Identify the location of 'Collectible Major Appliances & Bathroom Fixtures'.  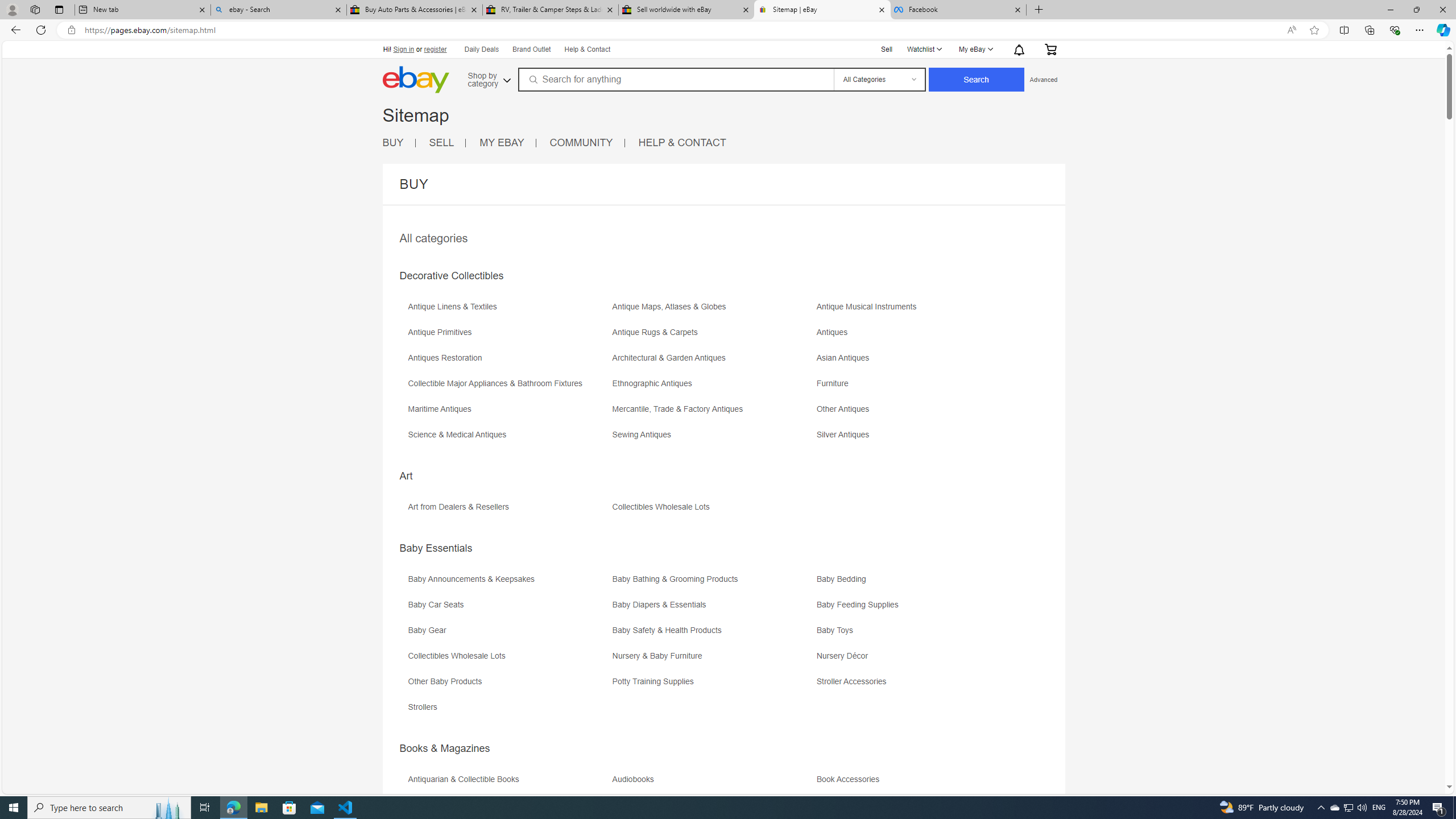
(508, 387).